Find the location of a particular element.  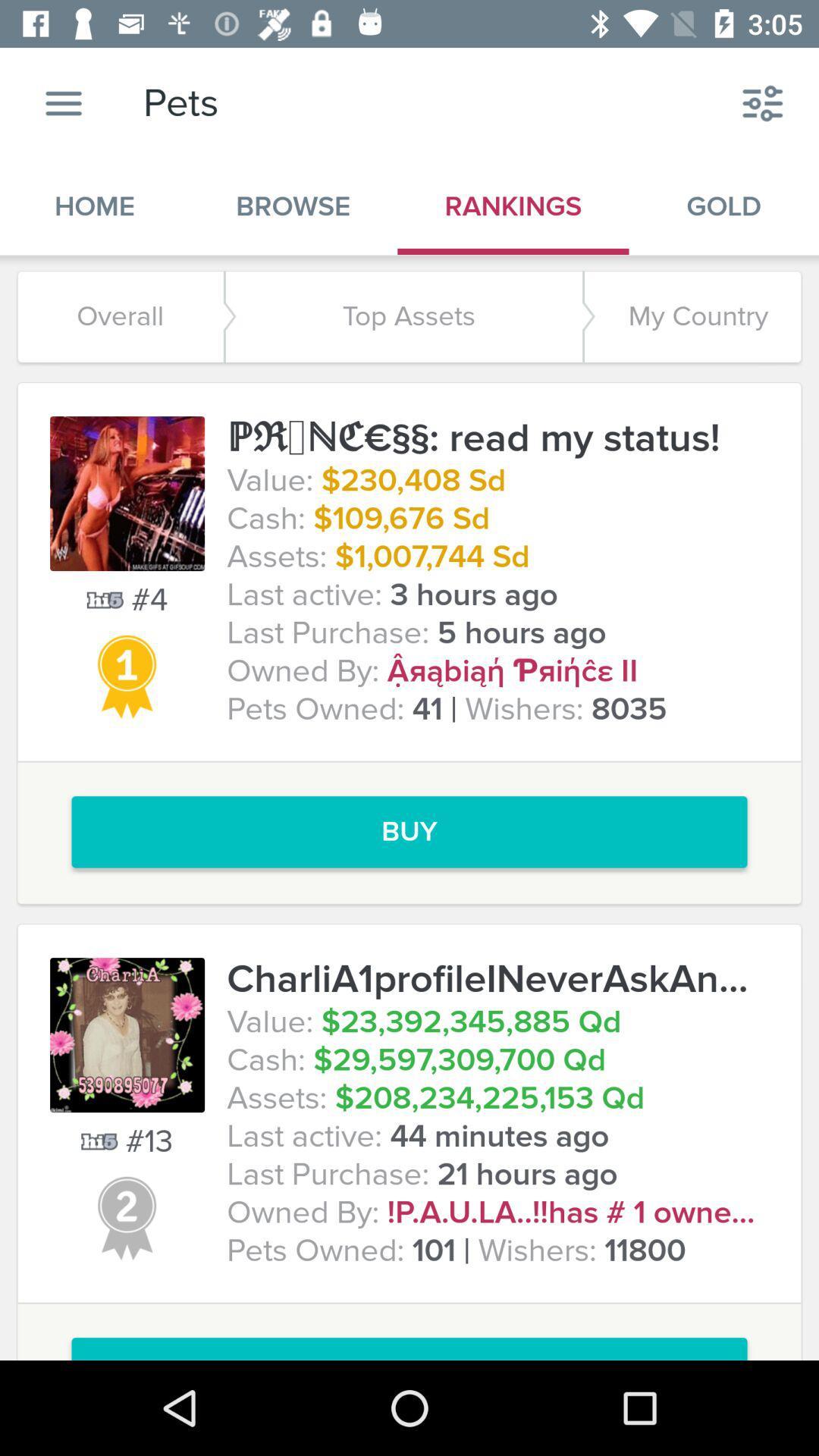

access menu options is located at coordinates (63, 102).